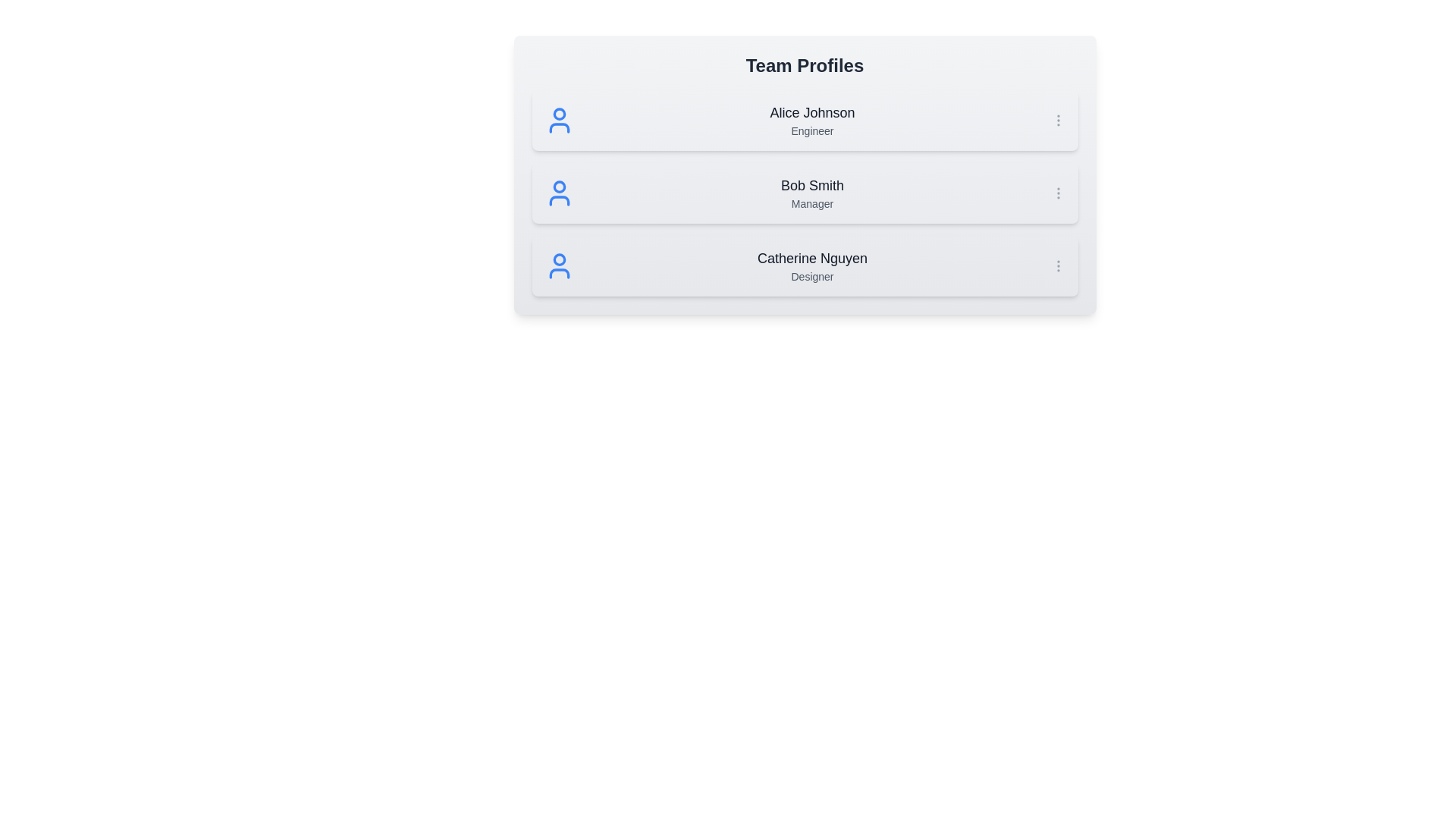 Image resolution: width=1456 pixels, height=819 pixels. I want to click on the 'MoreVertical' button of the profile corresponding to Alice Johnson, so click(1057, 119).